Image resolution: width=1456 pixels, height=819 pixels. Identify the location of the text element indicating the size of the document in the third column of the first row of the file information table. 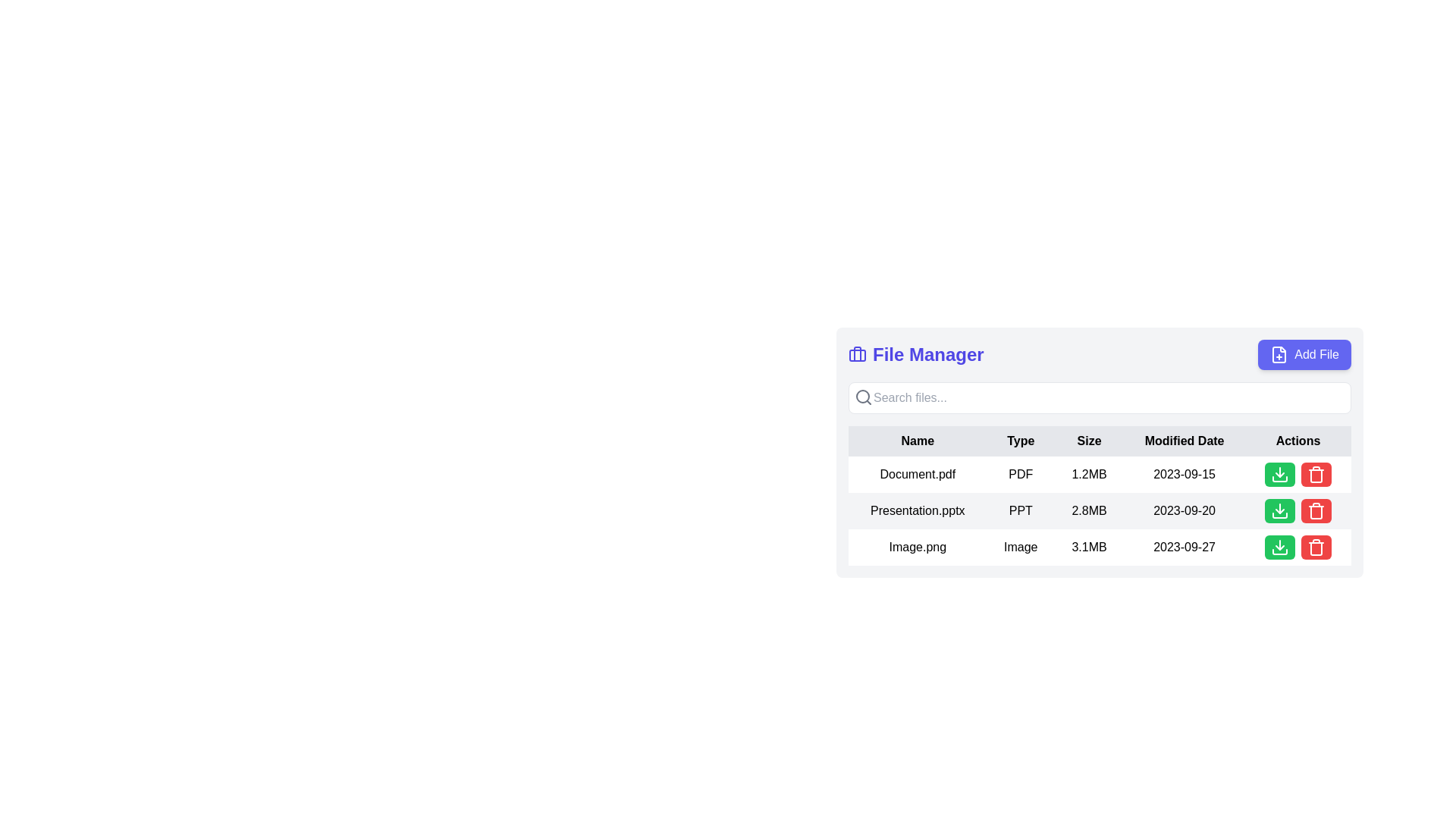
(1088, 473).